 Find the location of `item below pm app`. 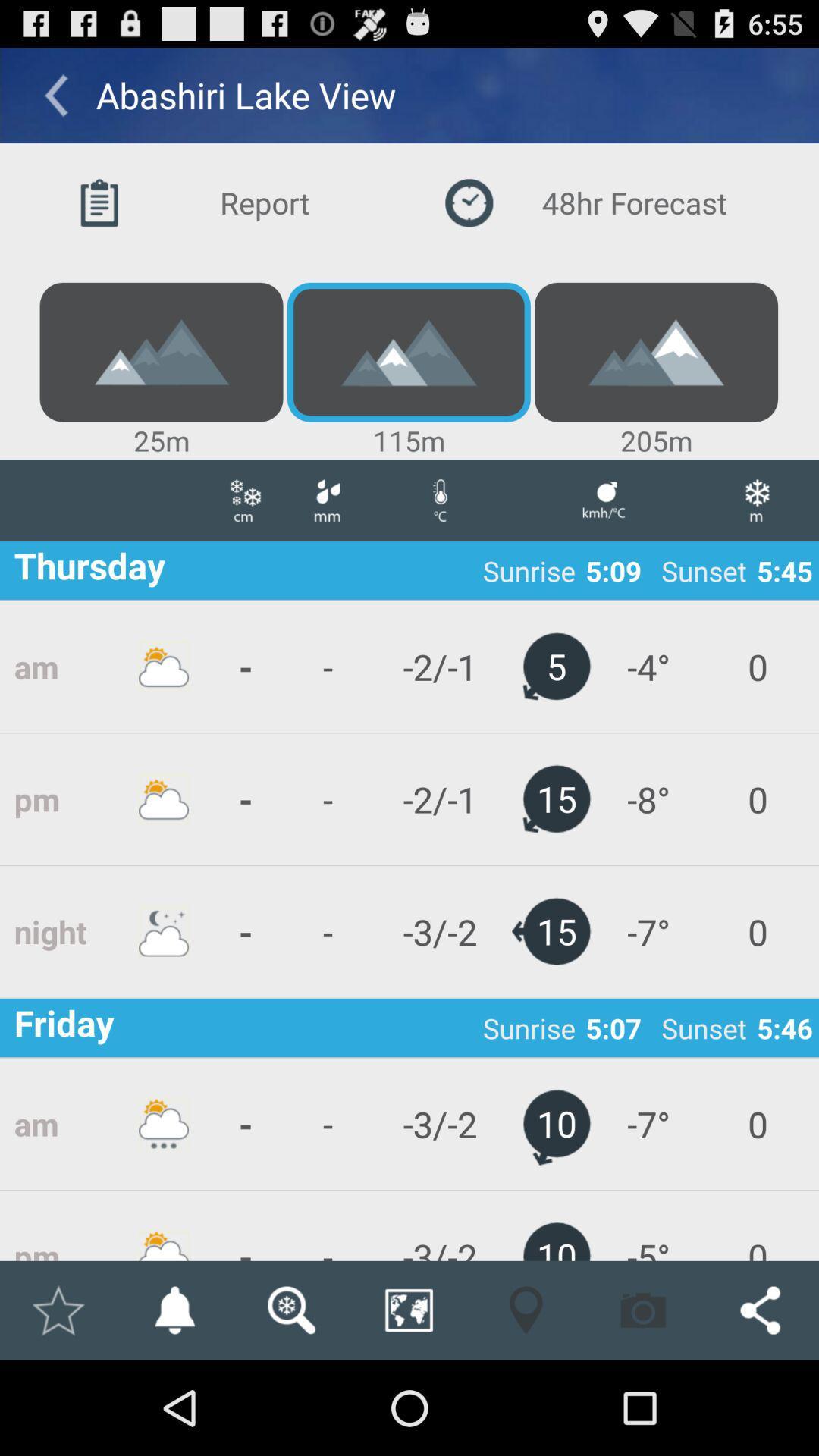

item below pm app is located at coordinates (174, 1310).